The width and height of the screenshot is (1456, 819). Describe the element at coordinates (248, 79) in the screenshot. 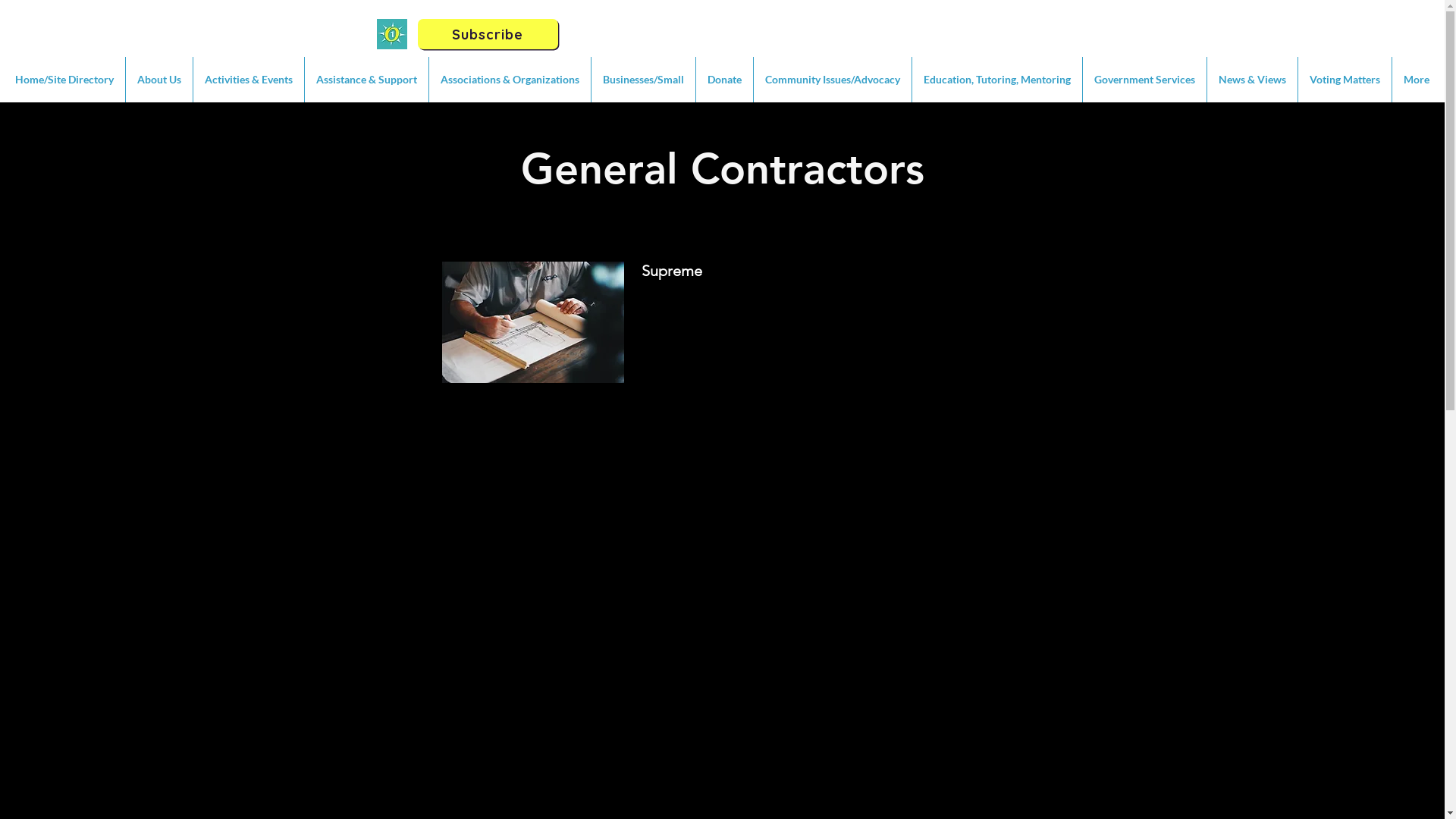

I see `'Activities & Events'` at that location.